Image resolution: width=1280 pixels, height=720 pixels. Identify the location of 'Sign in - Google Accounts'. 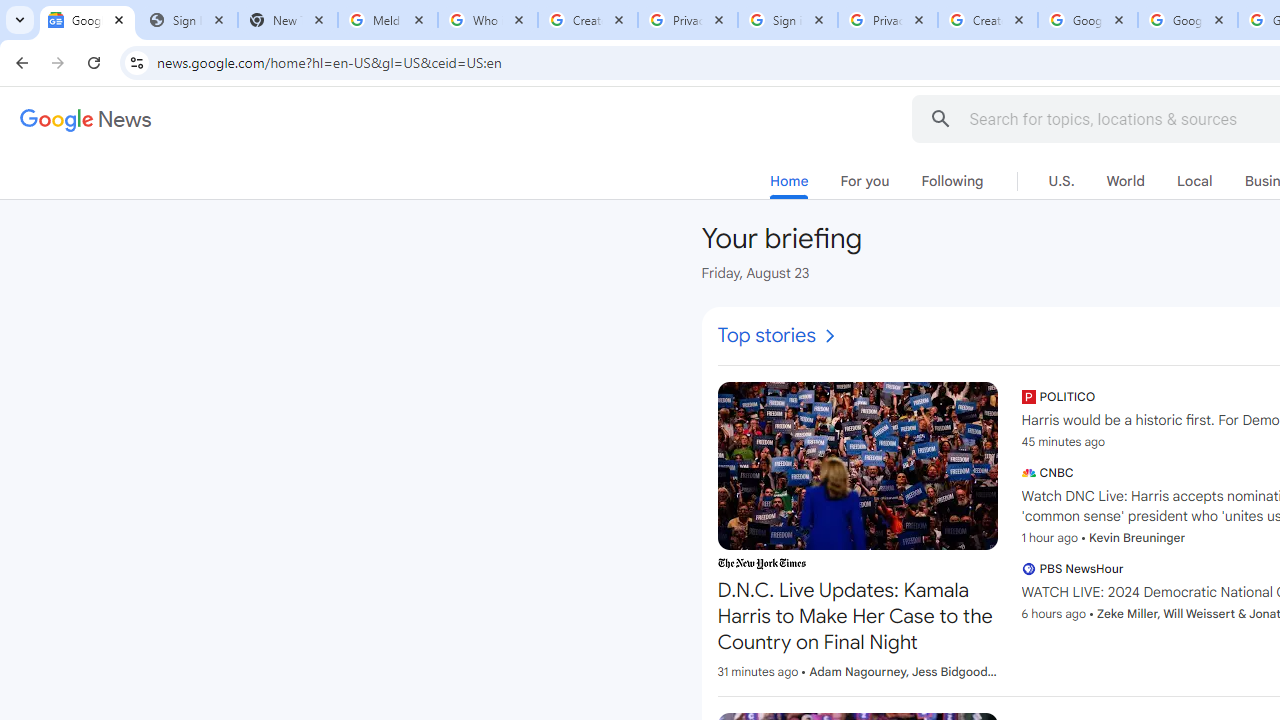
(787, 20).